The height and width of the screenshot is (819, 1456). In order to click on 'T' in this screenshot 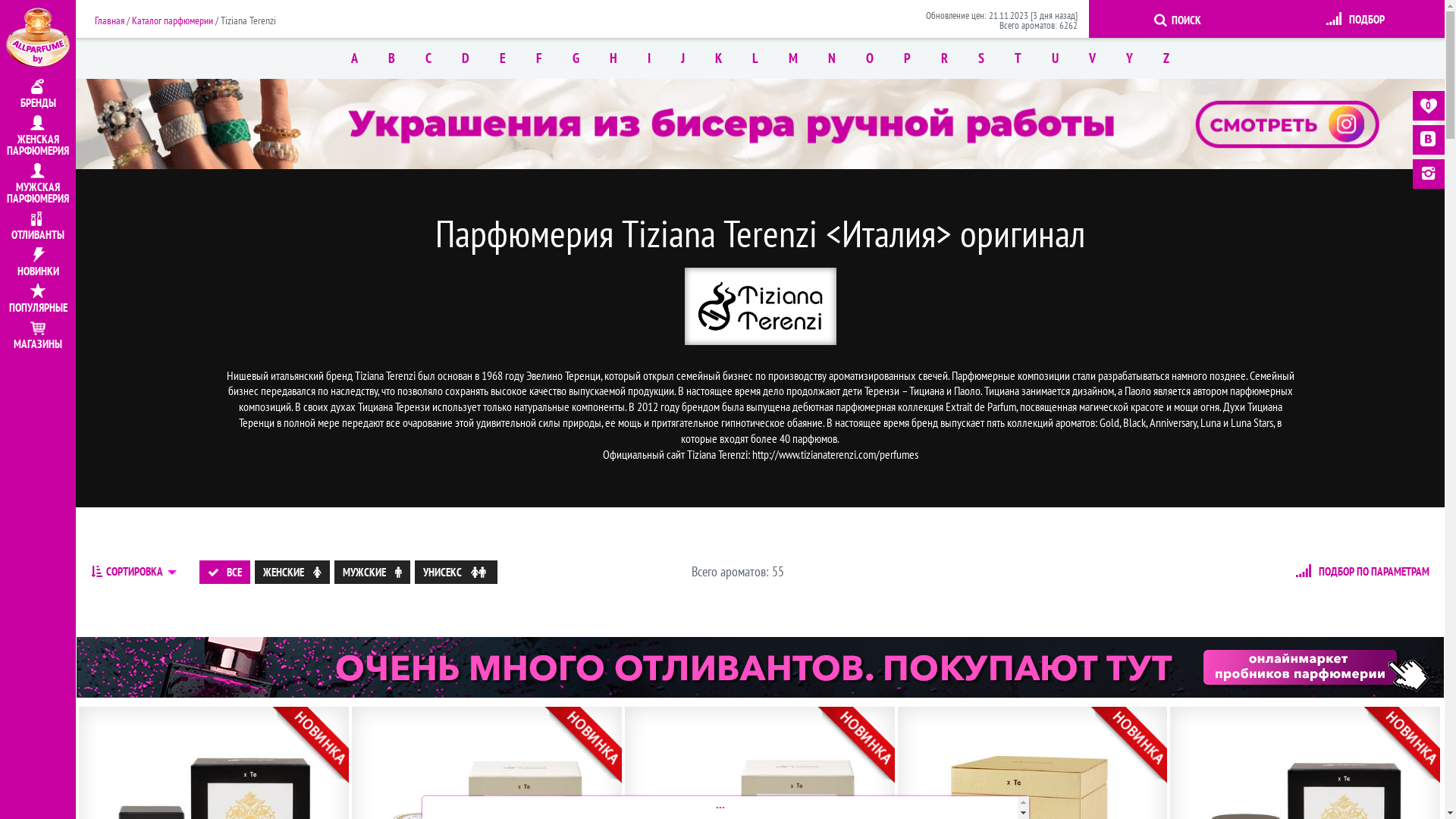, I will do `click(1018, 58)`.